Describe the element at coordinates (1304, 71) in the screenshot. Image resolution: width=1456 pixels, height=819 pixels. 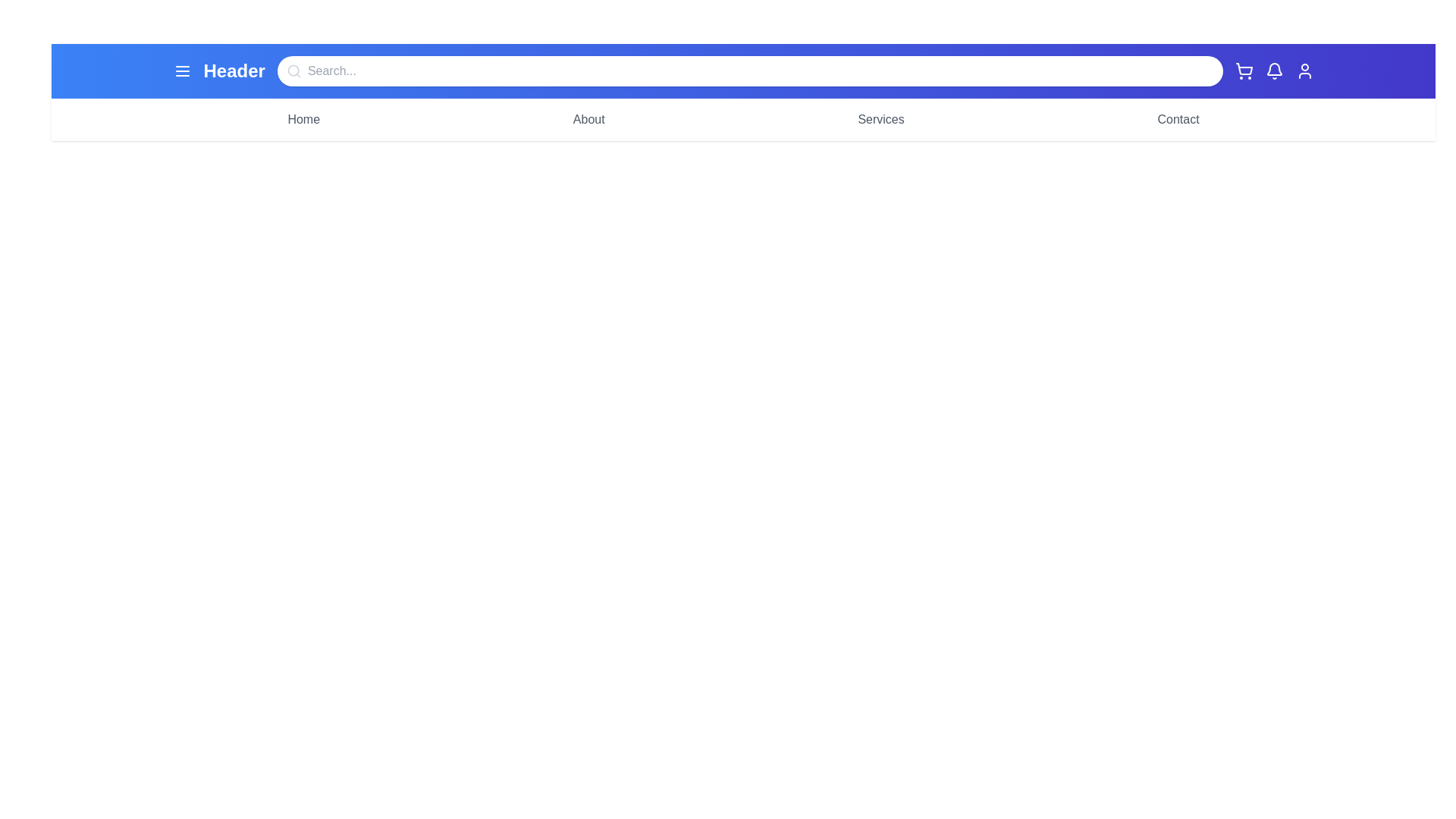
I see `the user profile icon located at the top right corner of the app bar` at that location.